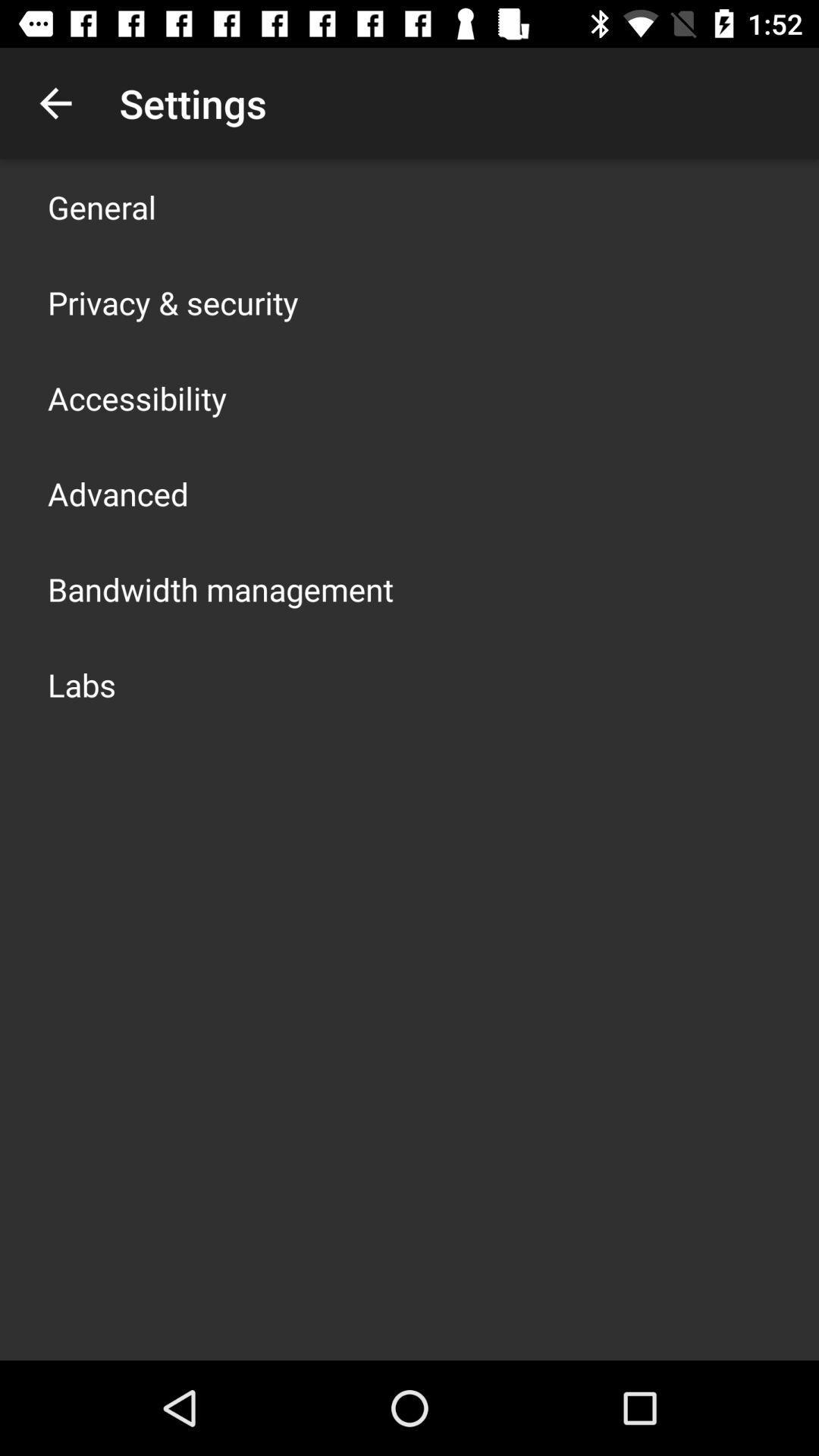 This screenshot has width=819, height=1456. What do you see at coordinates (220, 588) in the screenshot?
I see `the bandwidth management` at bounding box center [220, 588].